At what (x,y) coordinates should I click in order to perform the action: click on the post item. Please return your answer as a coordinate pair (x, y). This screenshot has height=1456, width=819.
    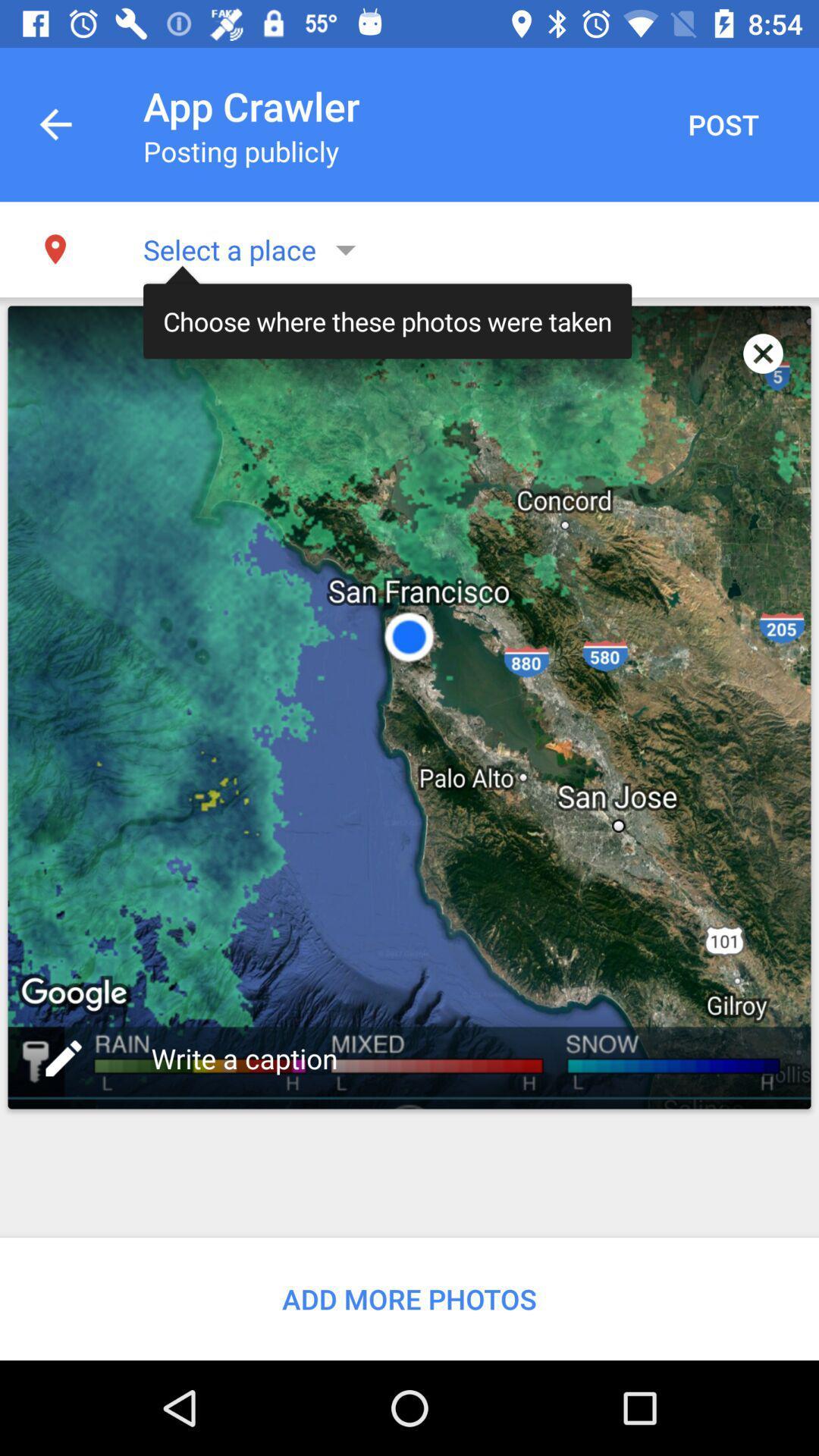
    Looking at the image, I should click on (722, 124).